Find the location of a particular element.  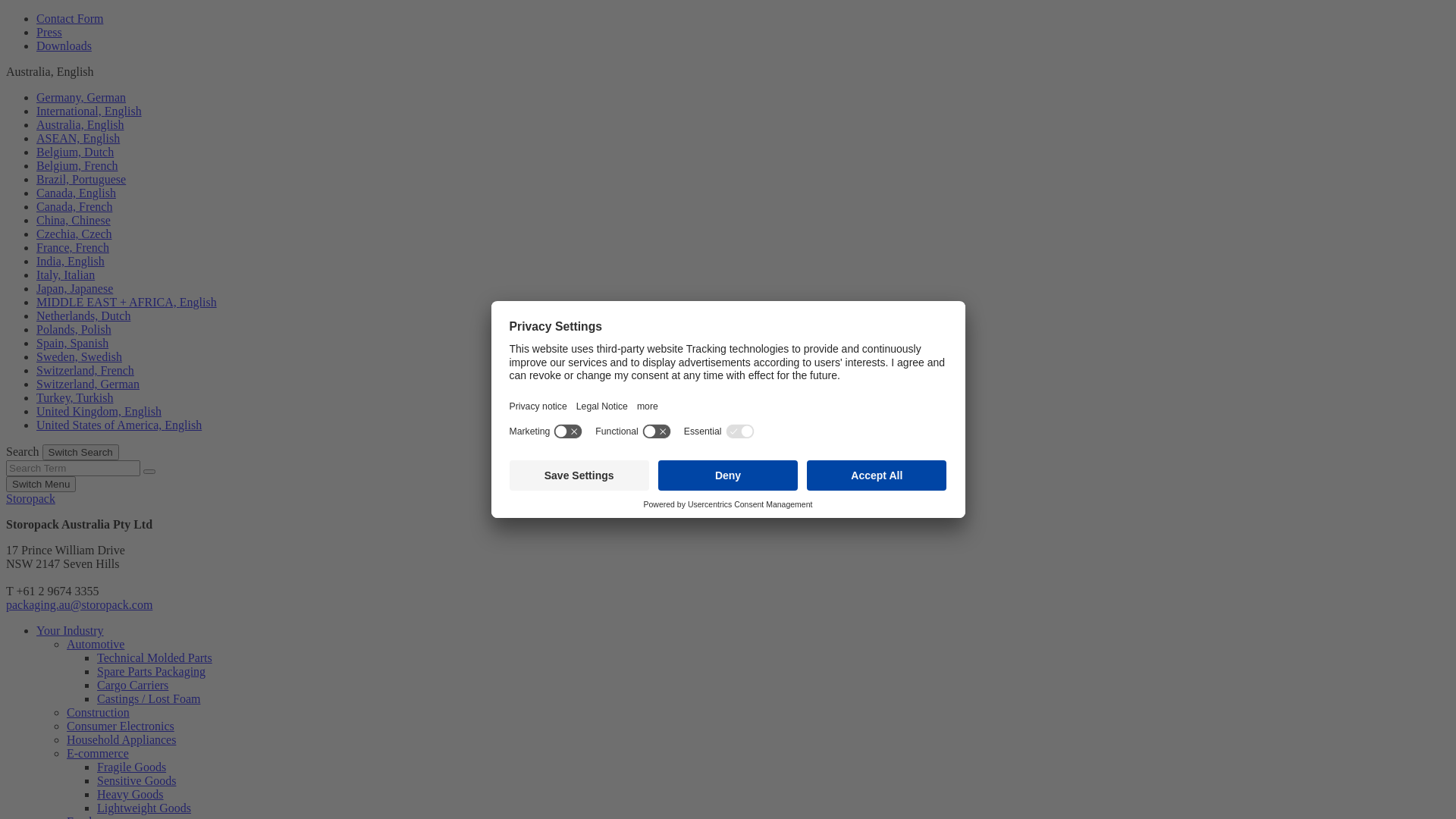

'Canada, English' is located at coordinates (75, 192).